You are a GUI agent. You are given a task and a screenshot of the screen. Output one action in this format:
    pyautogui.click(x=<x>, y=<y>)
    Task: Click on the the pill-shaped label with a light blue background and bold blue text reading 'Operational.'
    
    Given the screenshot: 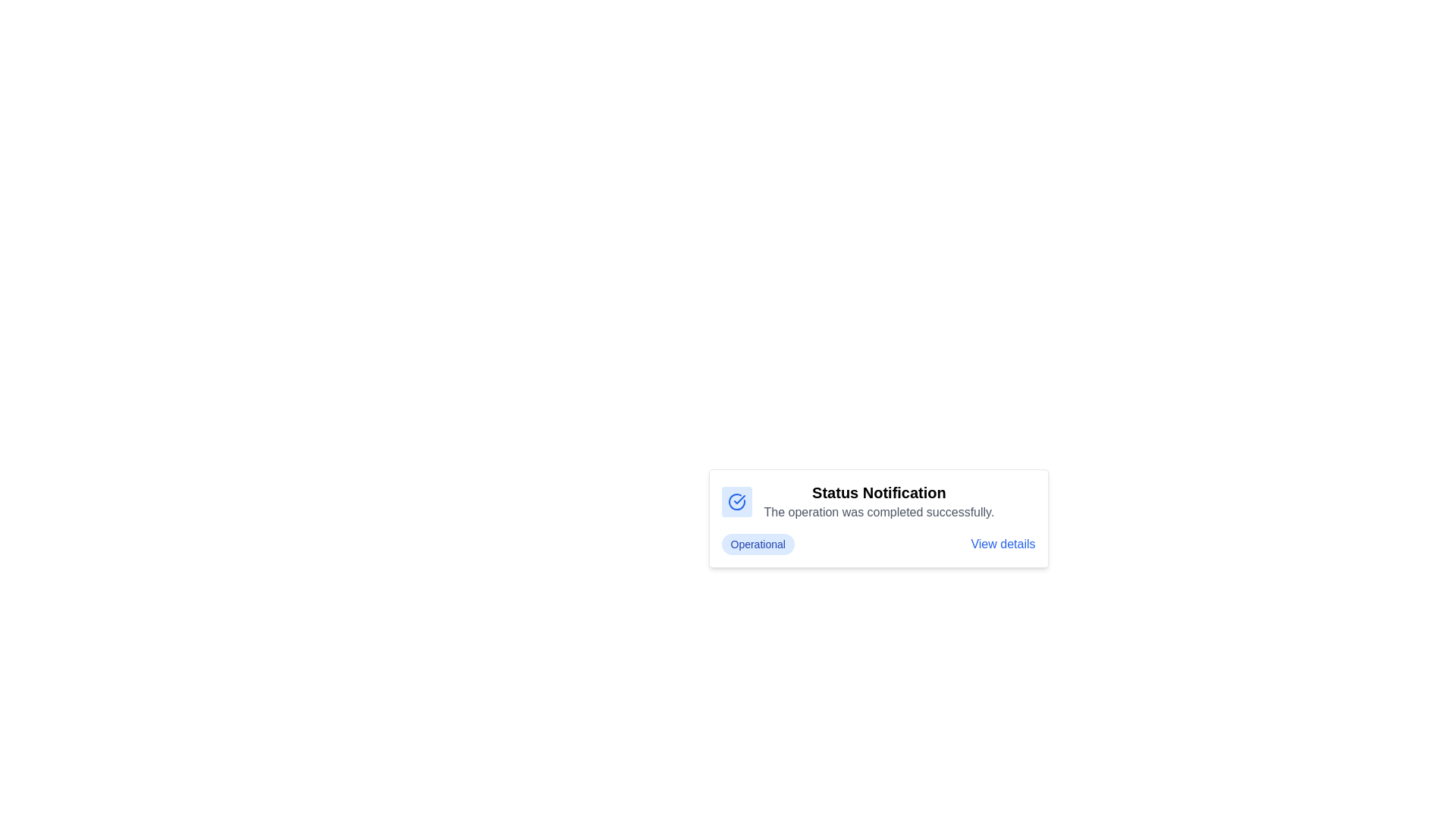 What is the action you would take?
    pyautogui.click(x=758, y=543)
    